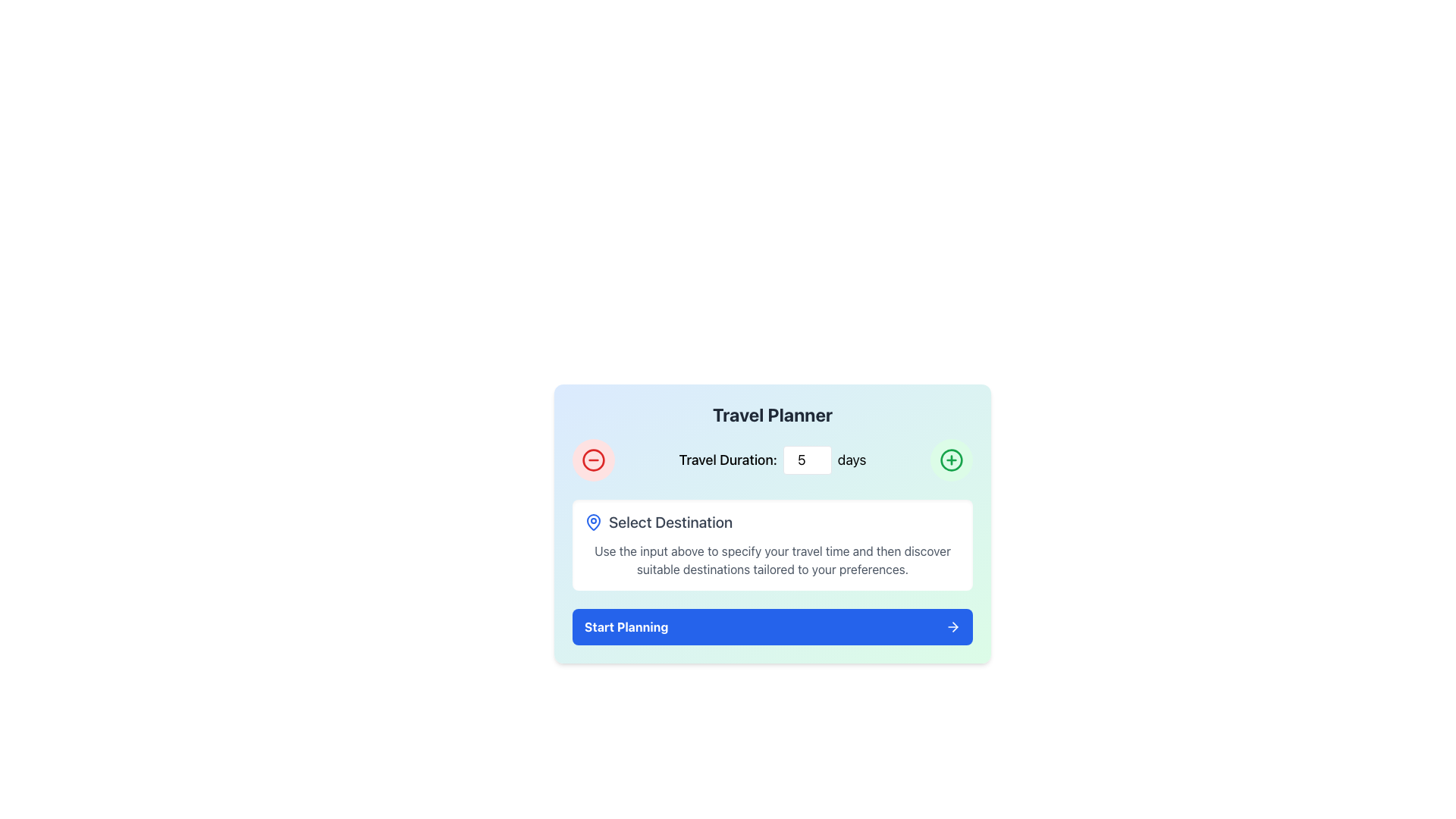 This screenshot has width=1456, height=819. Describe the element at coordinates (592, 522) in the screenshot. I see `the left-most icon under the 'Select Destination' heading` at that location.